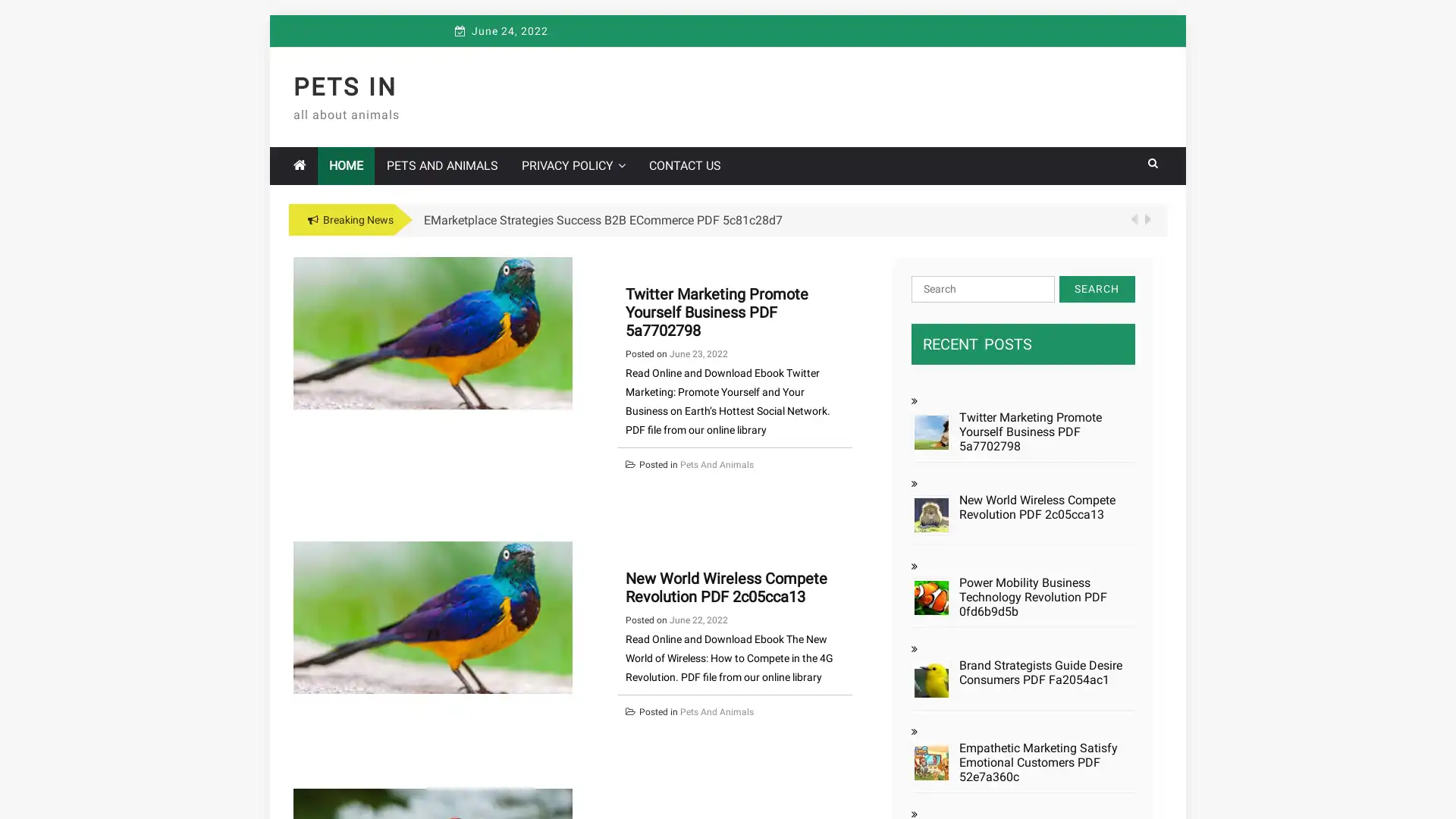 Image resolution: width=1456 pixels, height=819 pixels. Describe the element at coordinates (1096, 288) in the screenshot. I see `Search` at that location.